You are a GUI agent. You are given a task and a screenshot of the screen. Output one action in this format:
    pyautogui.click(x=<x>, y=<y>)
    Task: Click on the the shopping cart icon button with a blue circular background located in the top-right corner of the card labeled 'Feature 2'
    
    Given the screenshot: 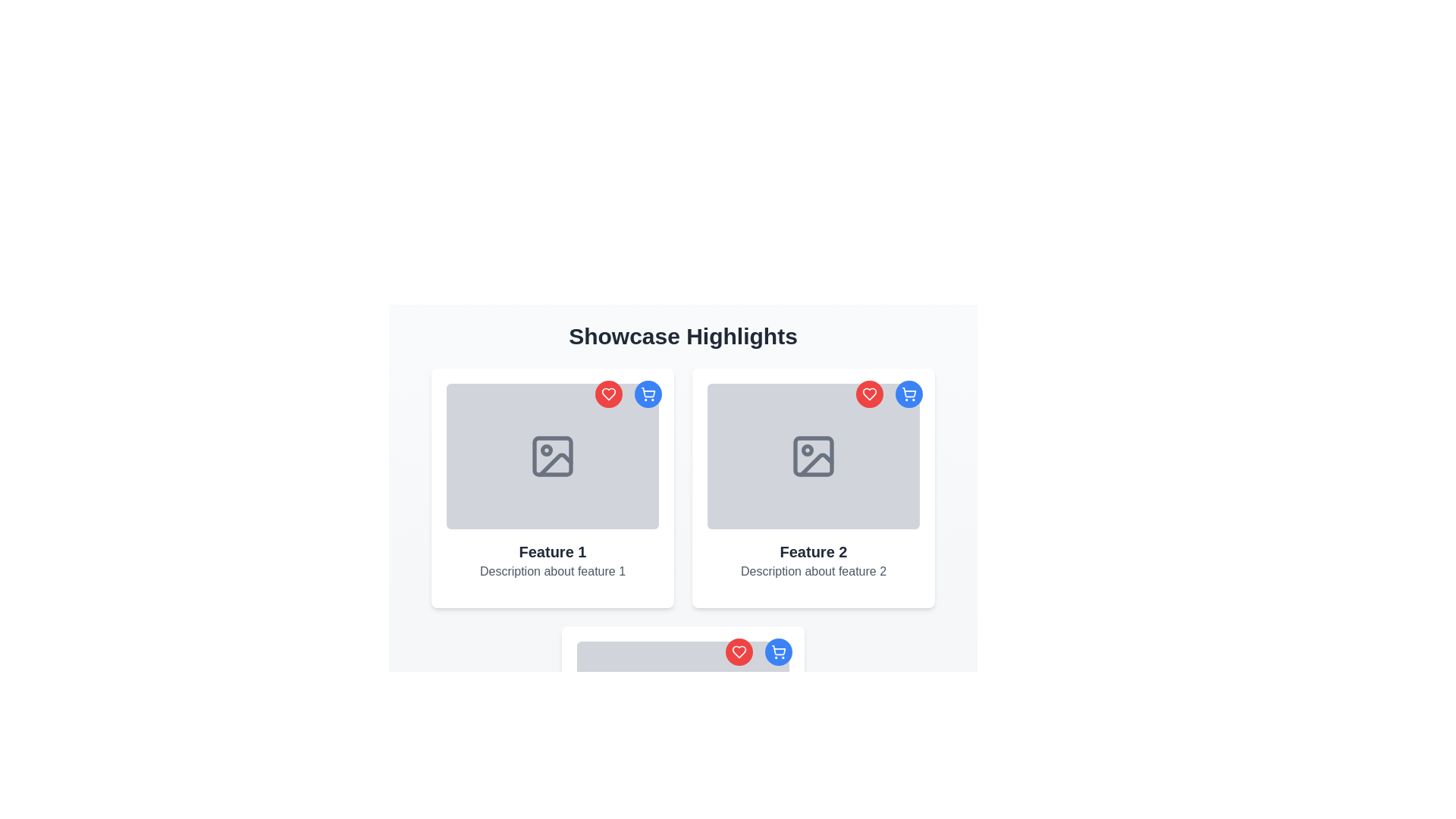 What is the action you would take?
    pyautogui.click(x=779, y=651)
    